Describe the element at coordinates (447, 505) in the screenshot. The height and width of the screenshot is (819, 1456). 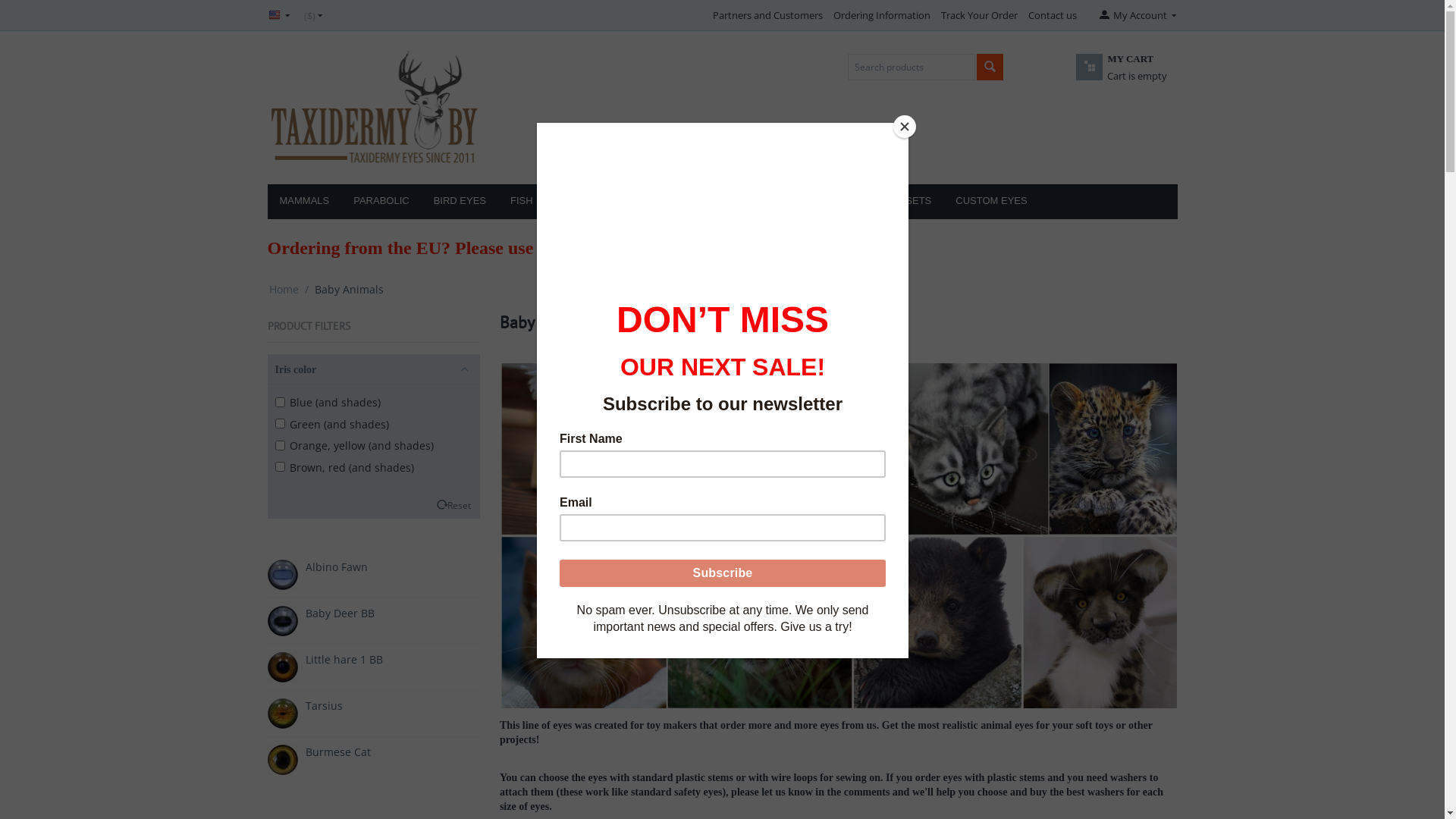
I see `'Reset'` at that location.